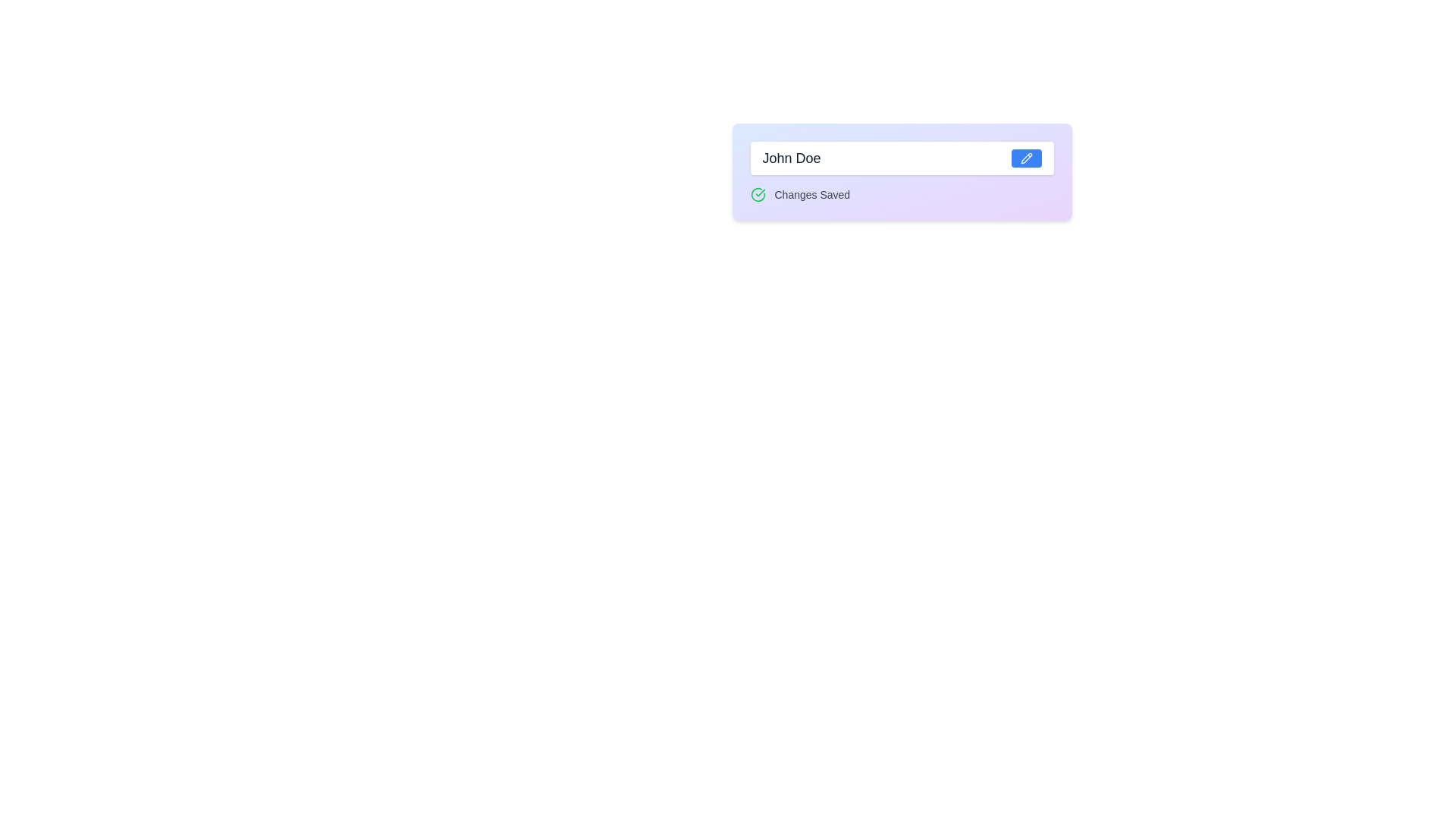  Describe the element at coordinates (1026, 158) in the screenshot. I see `the pencil icon component, which indicates an editing action, positioned adjacent to the right side of the 'John Doe' text input field` at that location.